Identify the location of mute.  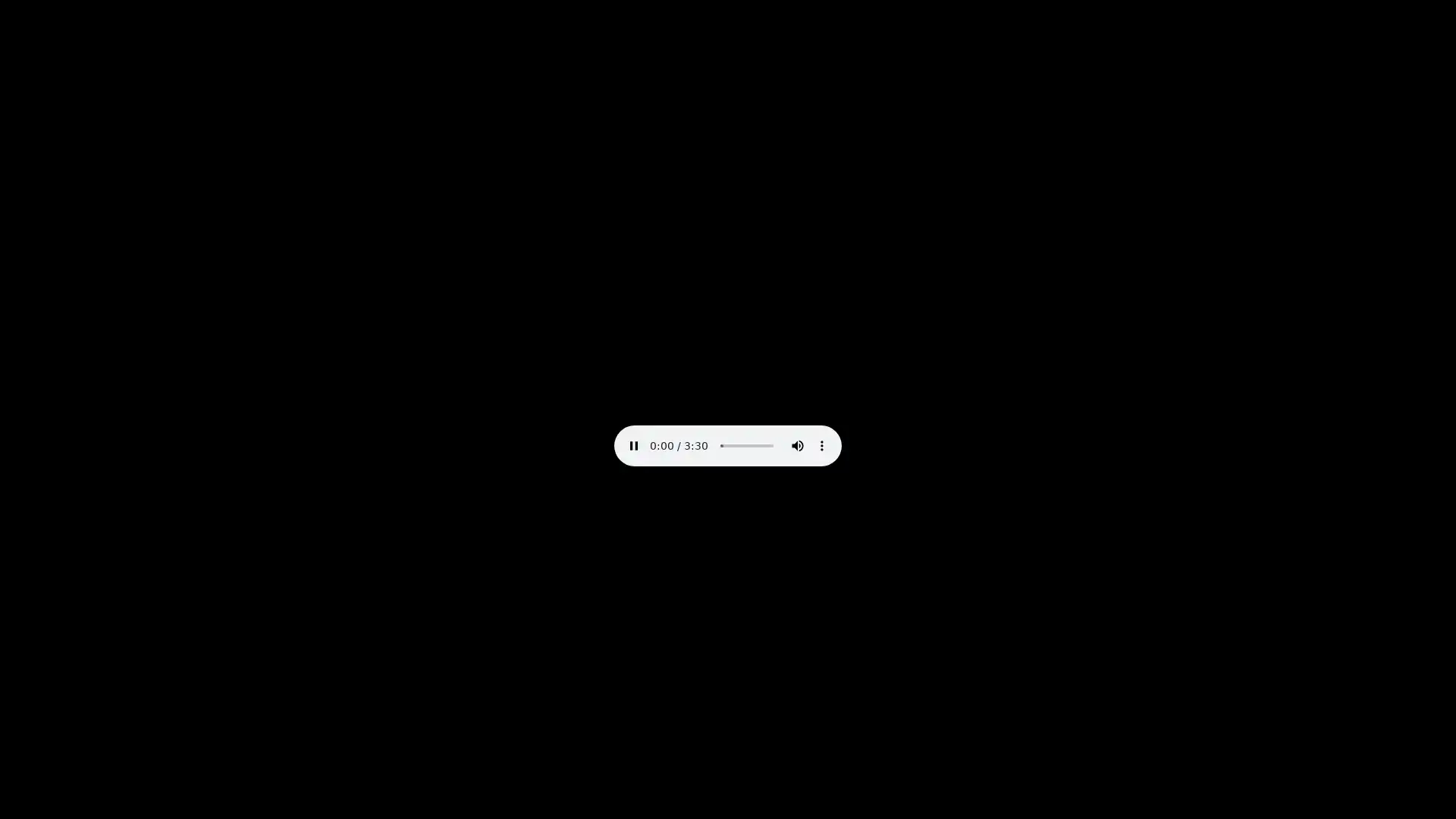
(796, 444).